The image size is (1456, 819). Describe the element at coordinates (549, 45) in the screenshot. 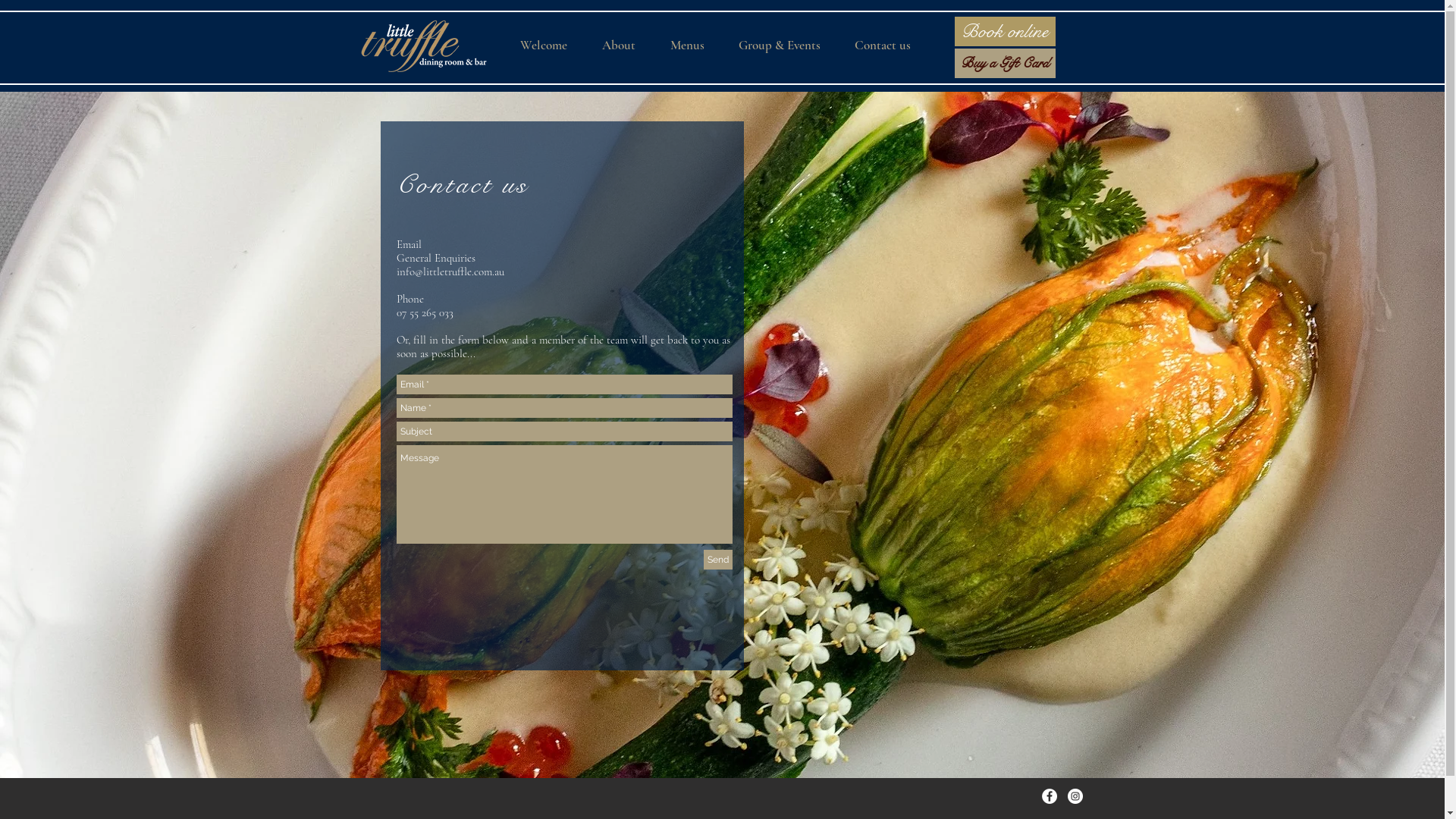

I see `'Welcome'` at that location.